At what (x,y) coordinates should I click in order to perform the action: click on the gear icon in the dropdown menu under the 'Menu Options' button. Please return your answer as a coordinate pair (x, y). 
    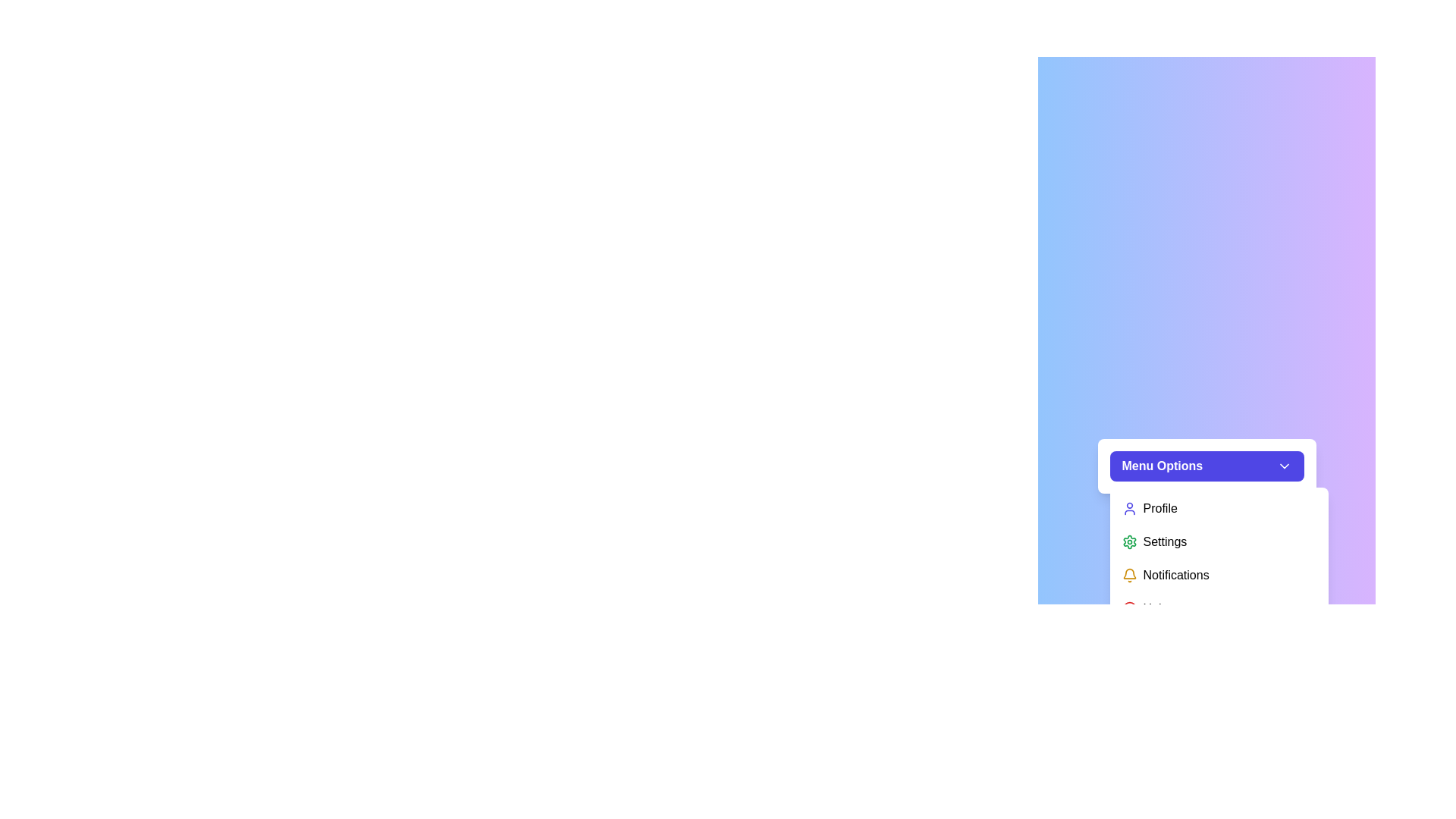
    Looking at the image, I should click on (1129, 541).